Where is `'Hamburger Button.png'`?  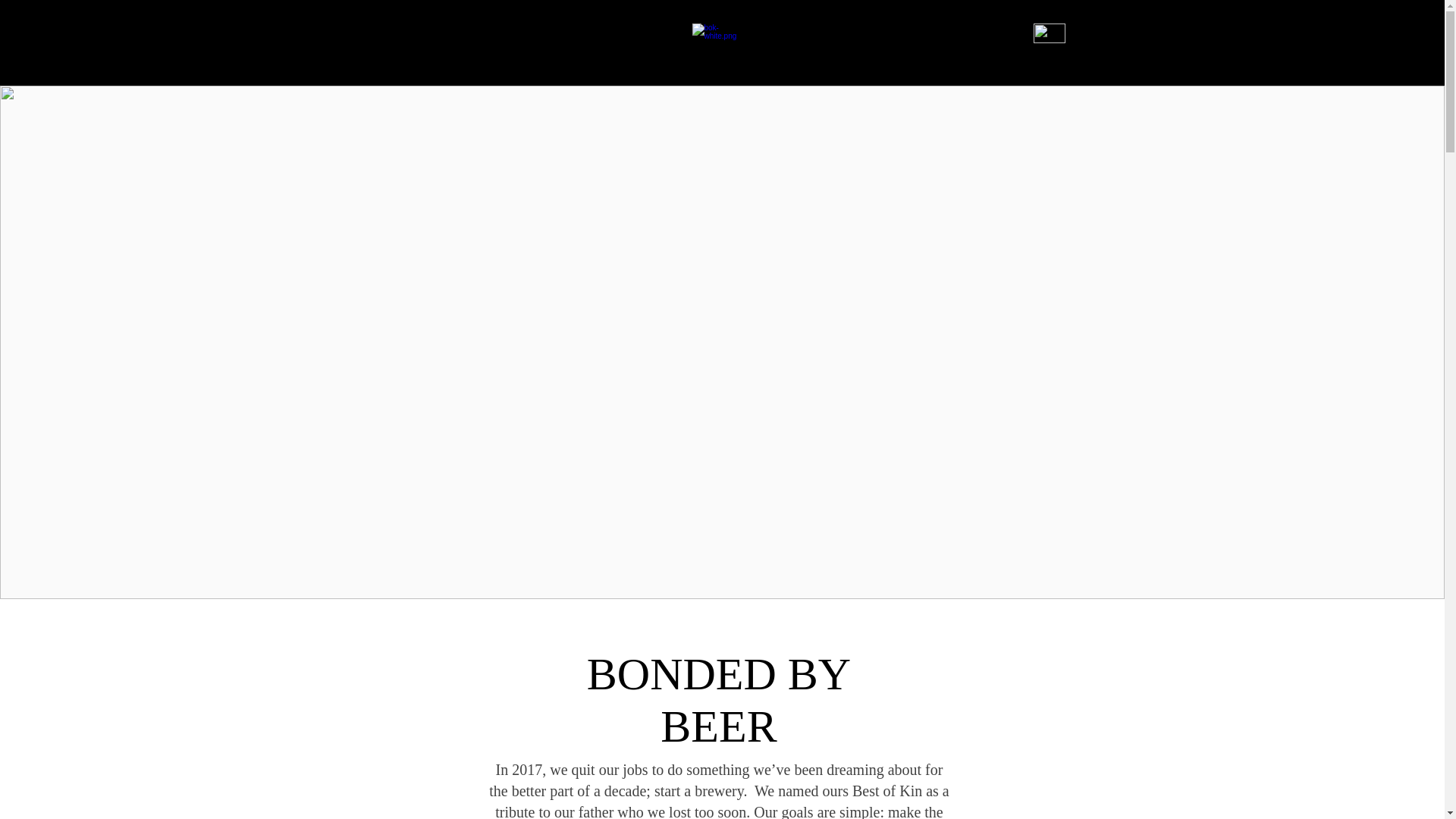 'Hamburger Button.png' is located at coordinates (1032, 33).